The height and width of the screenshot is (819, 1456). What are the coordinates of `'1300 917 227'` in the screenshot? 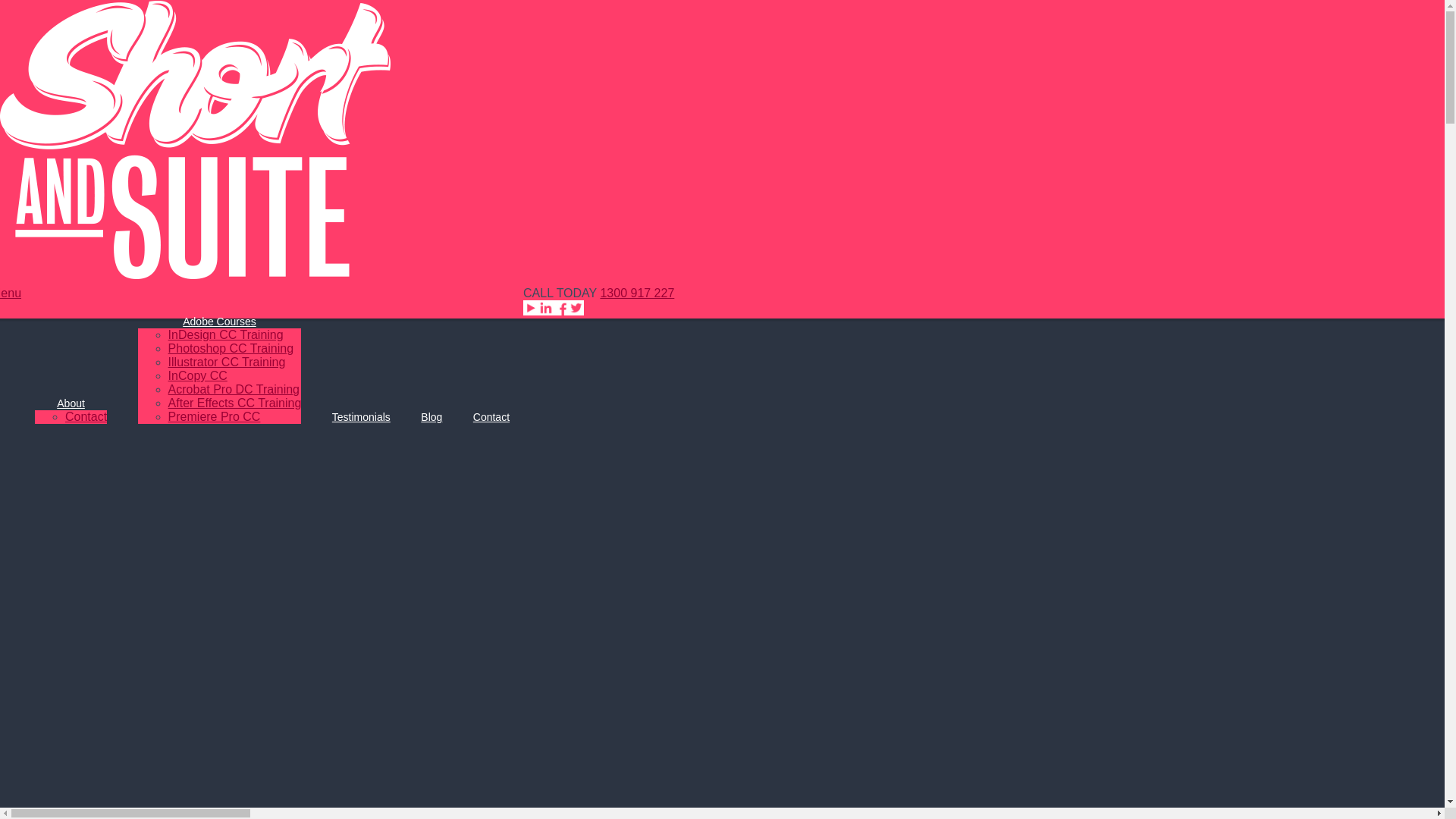 It's located at (599, 293).